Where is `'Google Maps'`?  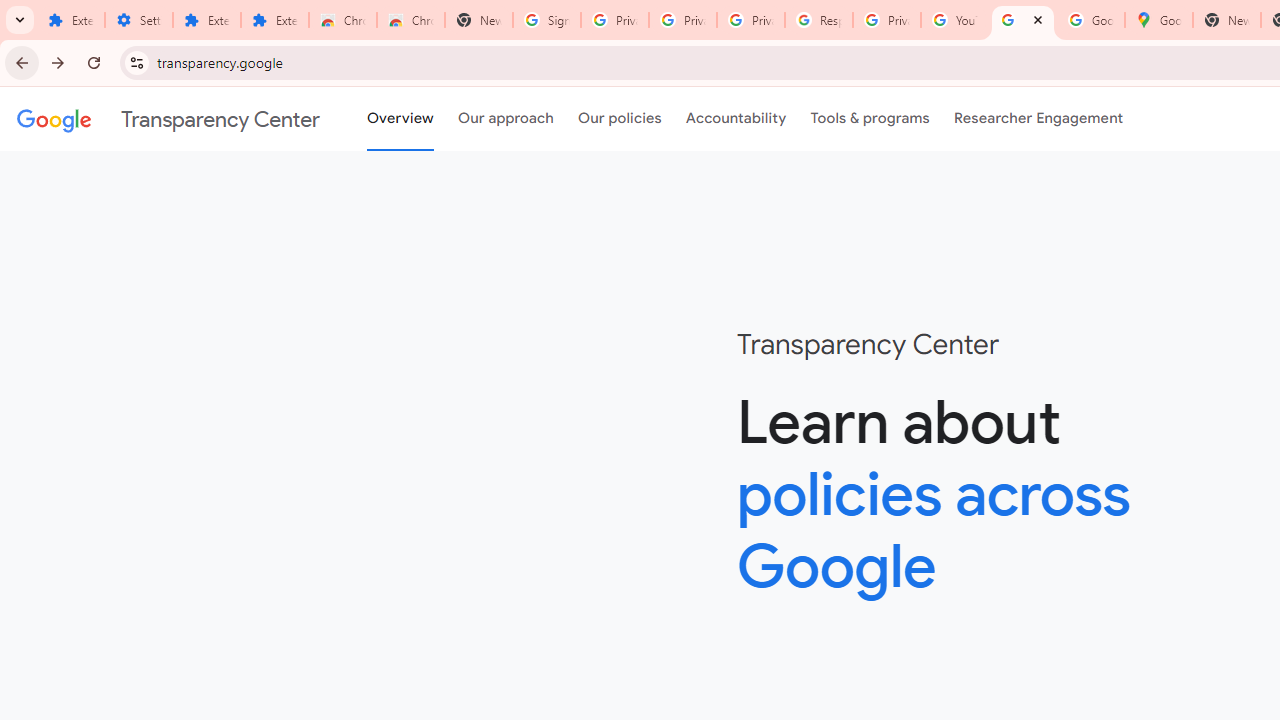
'Google Maps' is located at coordinates (1159, 20).